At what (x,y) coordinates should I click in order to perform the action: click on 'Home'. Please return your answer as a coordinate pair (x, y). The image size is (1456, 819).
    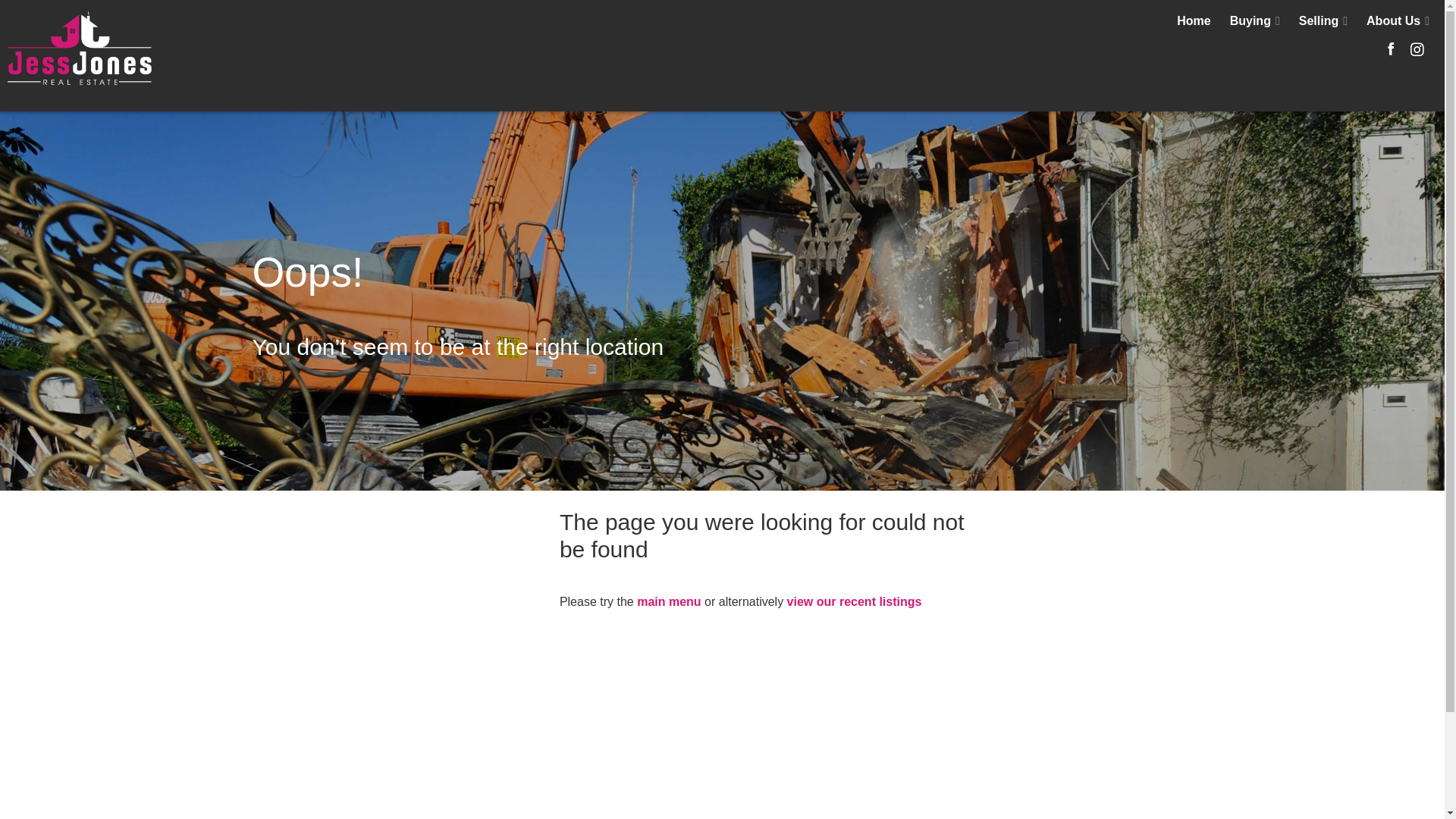
    Looking at the image, I should click on (1193, 20).